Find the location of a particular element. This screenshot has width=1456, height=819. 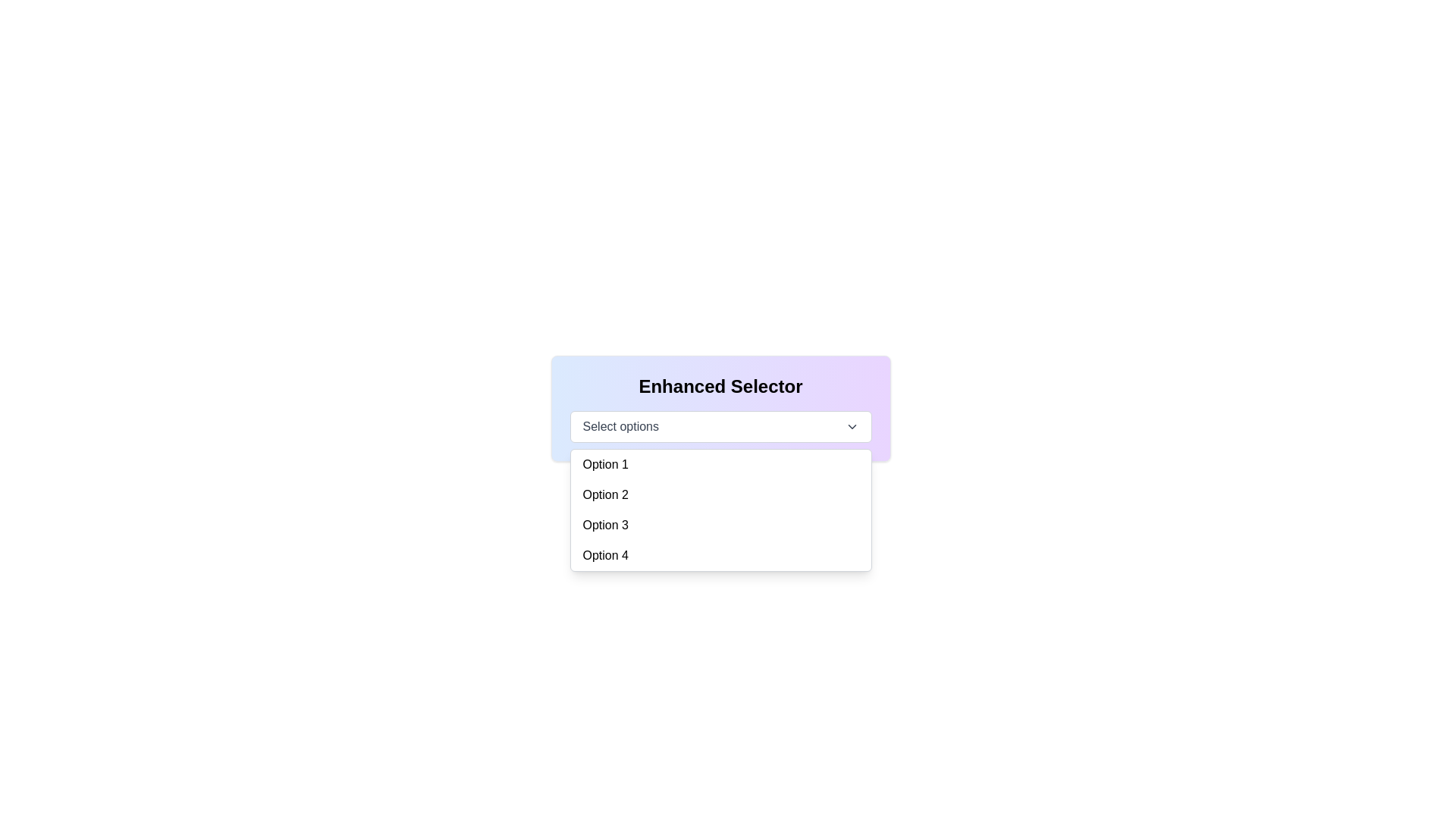

an option from the dropdown menu labeled 'Select options' by clicking on it is located at coordinates (720, 427).